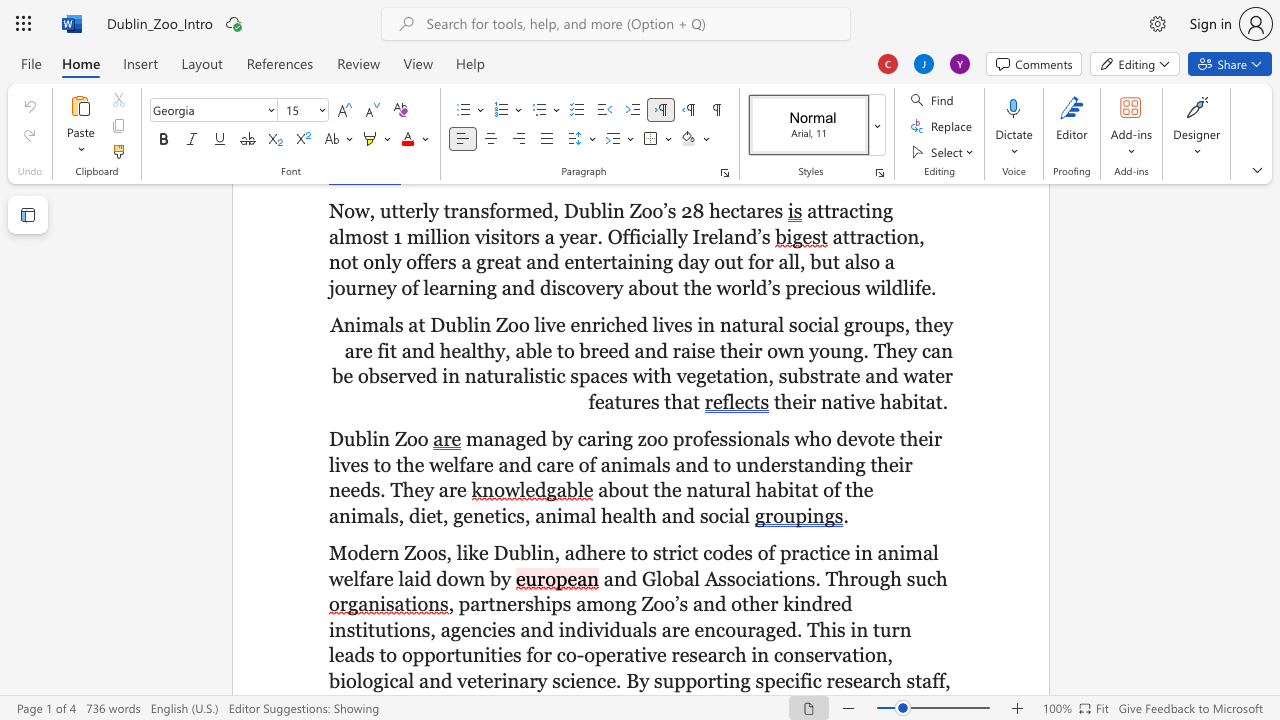 The height and width of the screenshot is (720, 1280). What do you see at coordinates (607, 438) in the screenshot?
I see `the 1th character "i" in the text` at bounding box center [607, 438].